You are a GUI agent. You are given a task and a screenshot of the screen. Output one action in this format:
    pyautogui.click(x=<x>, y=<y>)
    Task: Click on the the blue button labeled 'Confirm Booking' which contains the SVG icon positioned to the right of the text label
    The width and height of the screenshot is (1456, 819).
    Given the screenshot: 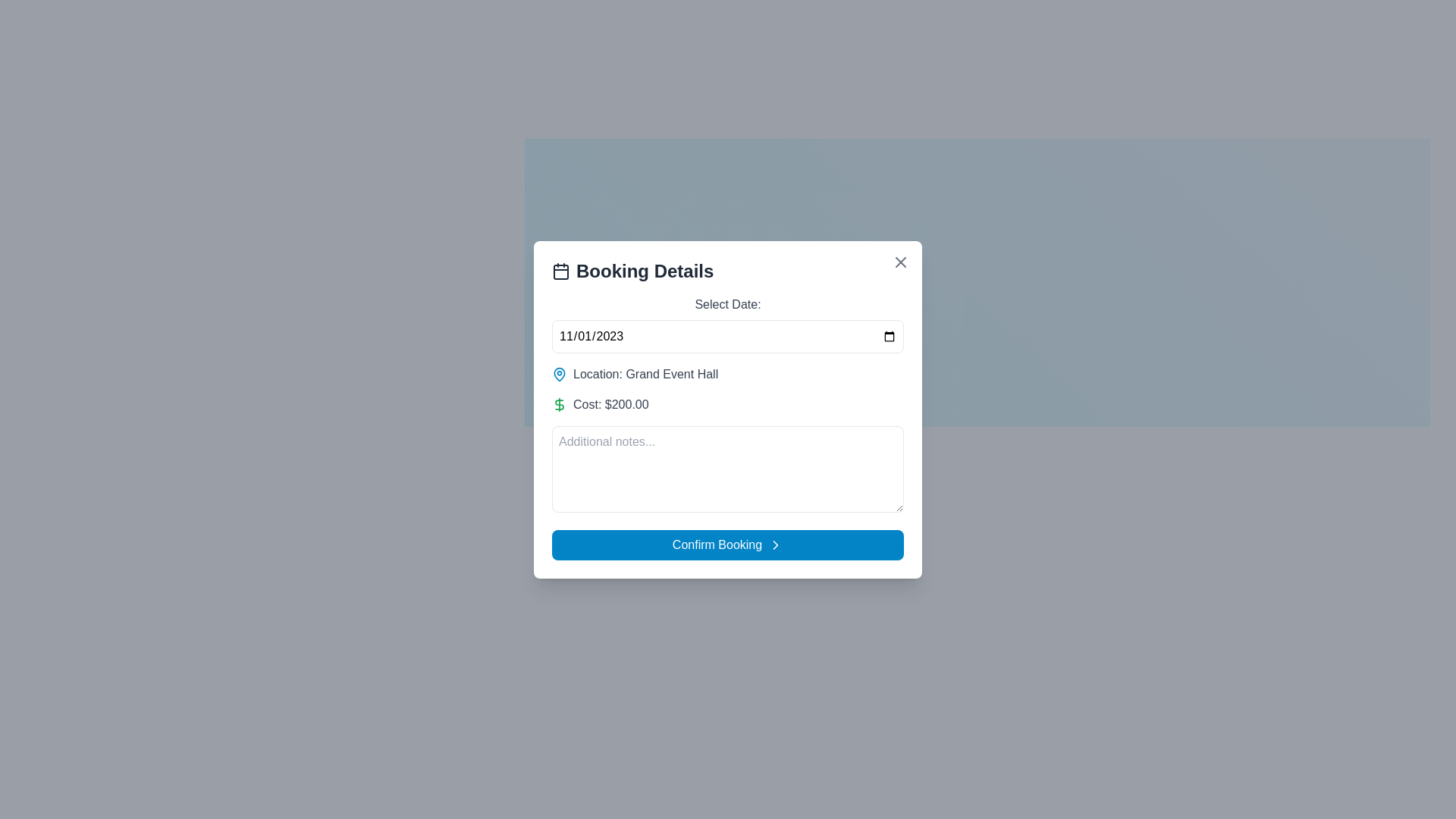 What is the action you would take?
    pyautogui.click(x=776, y=544)
    